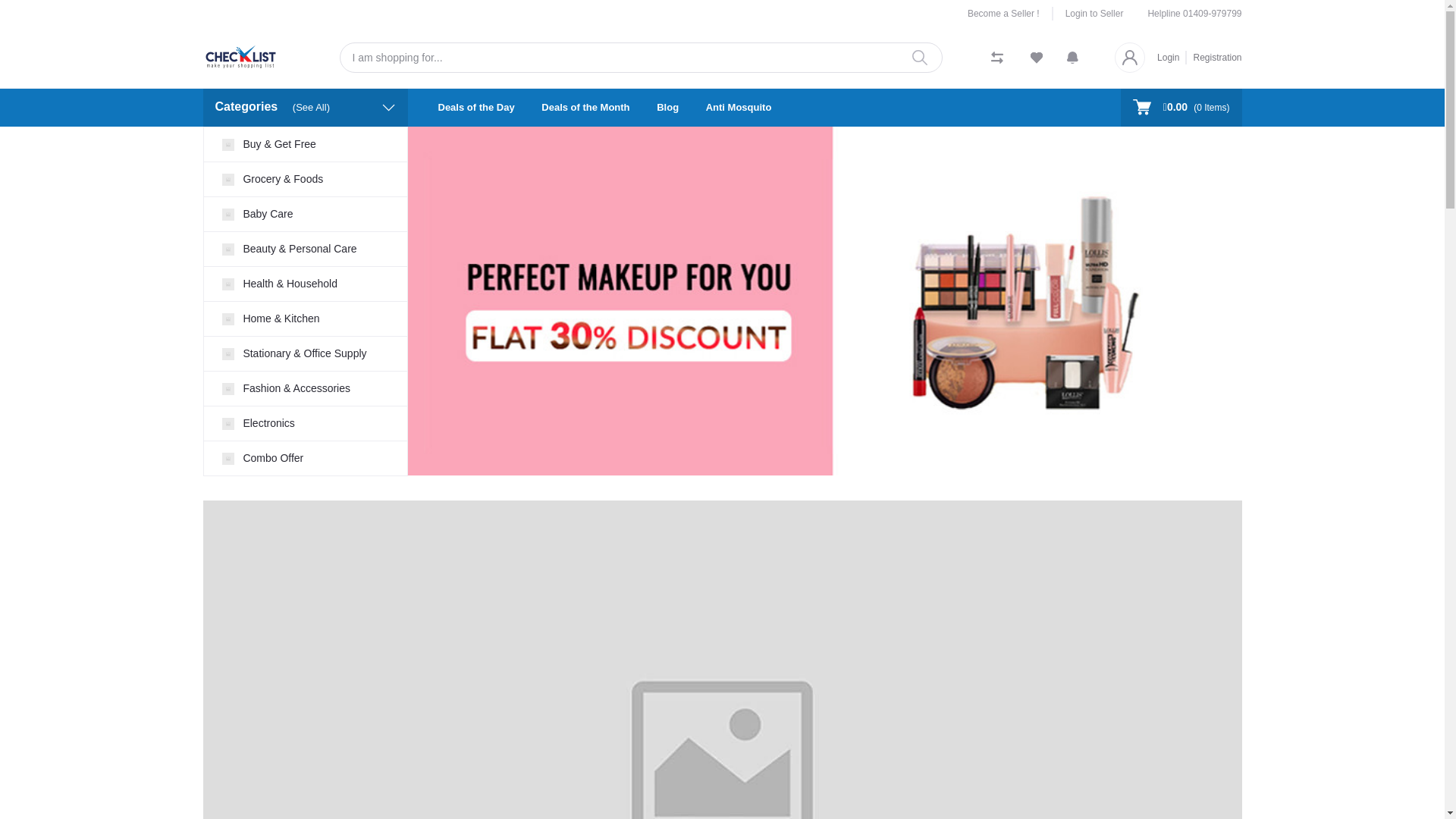  I want to click on 'Deals of the Day', so click(475, 107).